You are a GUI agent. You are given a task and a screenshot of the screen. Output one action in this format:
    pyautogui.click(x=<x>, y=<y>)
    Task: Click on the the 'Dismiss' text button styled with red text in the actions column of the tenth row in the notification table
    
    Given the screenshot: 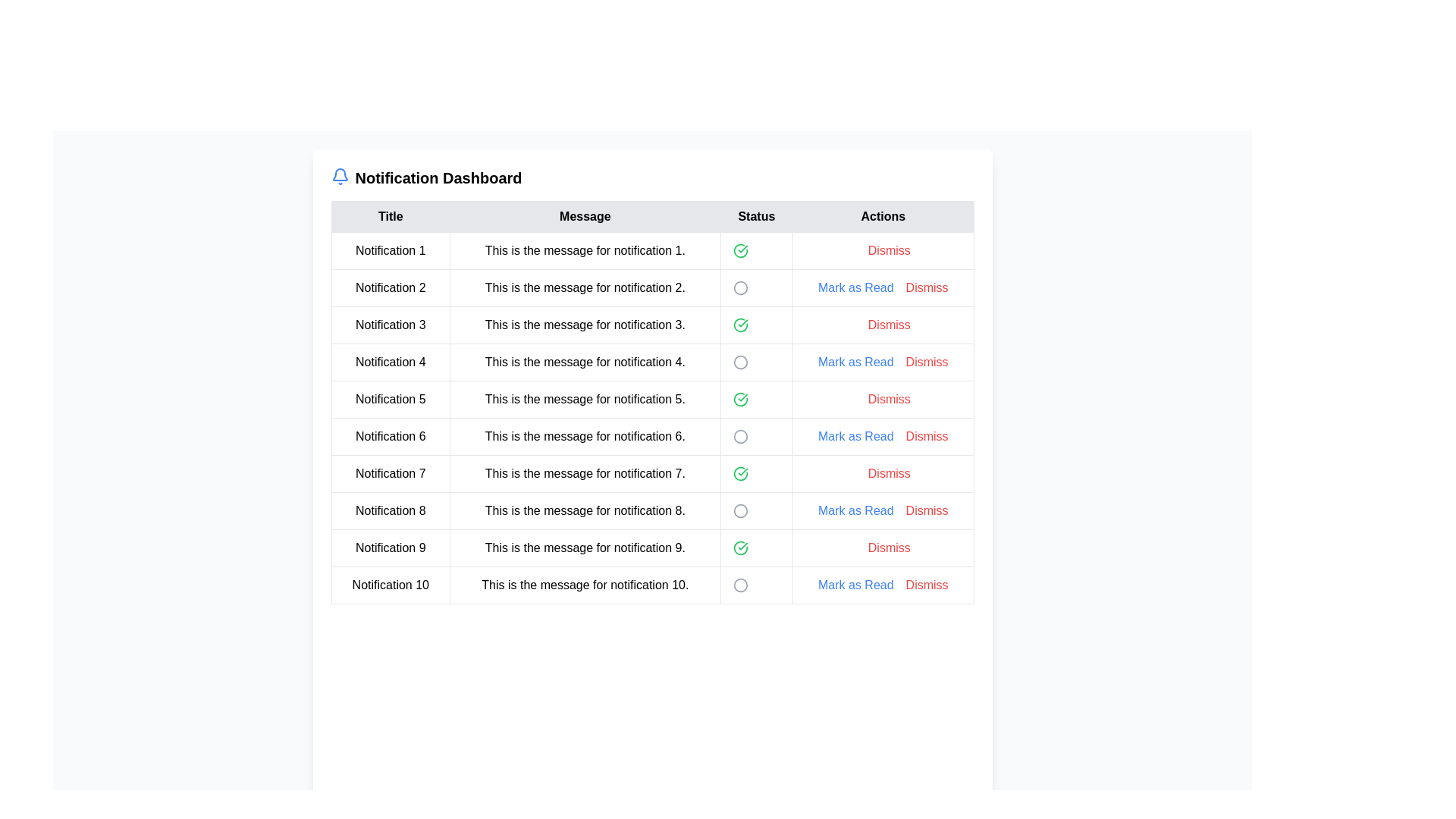 What is the action you would take?
    pyautogui.click(x=926, y=584)
    